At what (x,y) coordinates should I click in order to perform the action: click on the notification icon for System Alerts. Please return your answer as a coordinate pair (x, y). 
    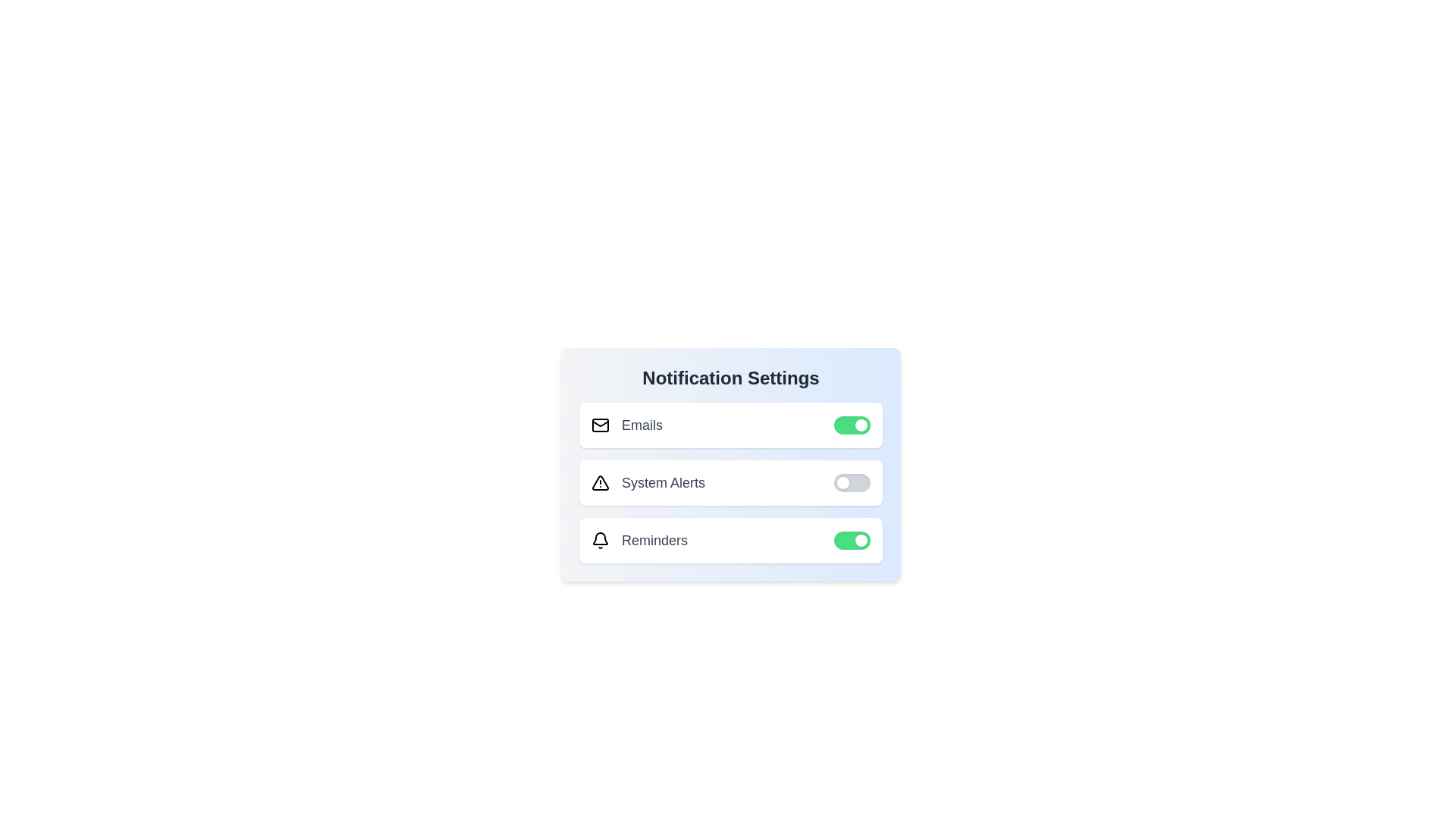
    Looking at the image, I should click on (600, 482).